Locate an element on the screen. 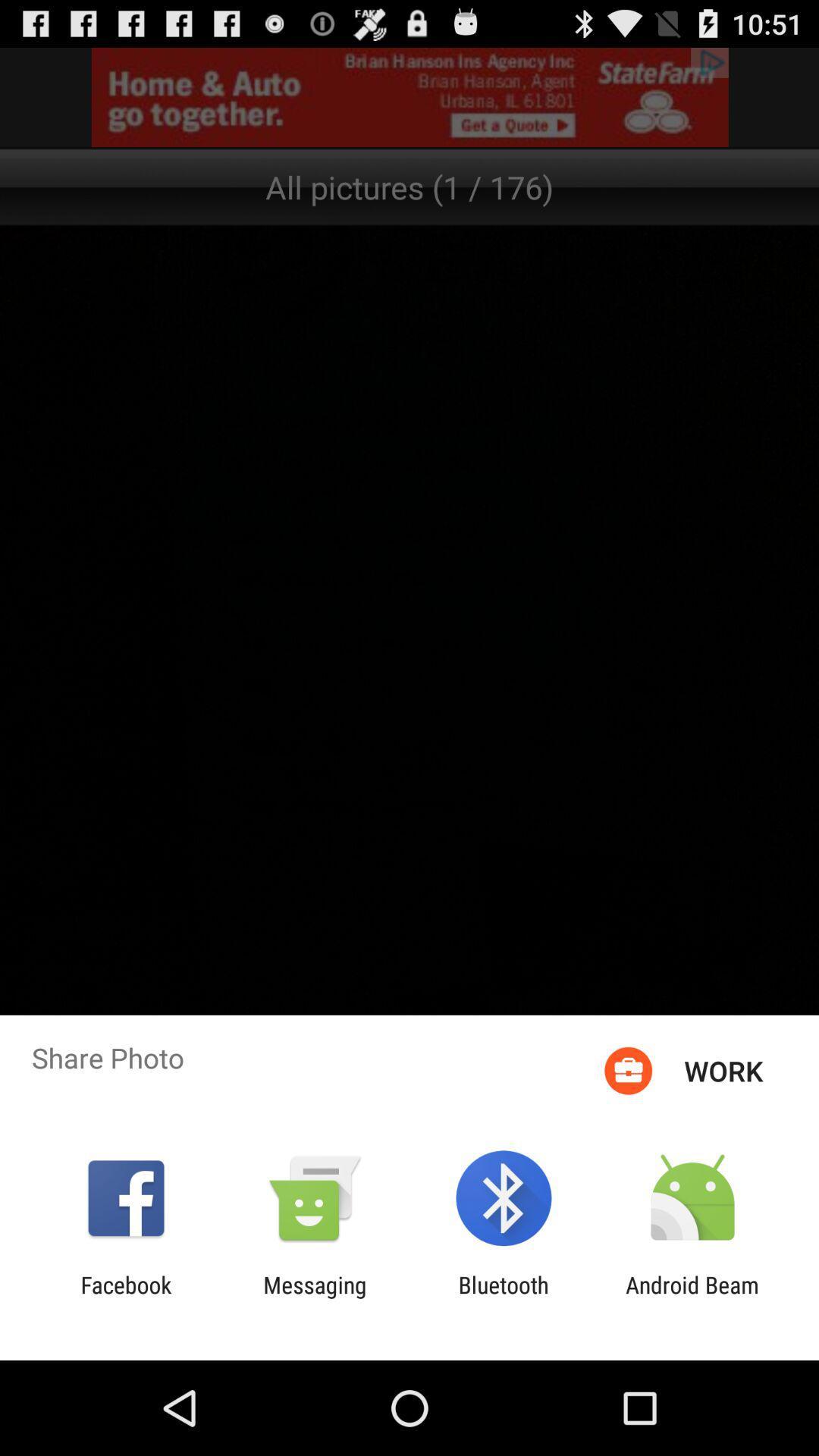 The height and width of the screenshot is (1456, 819). the icon to the right of the bluetooth icon is located at coordinates (692, 1298).